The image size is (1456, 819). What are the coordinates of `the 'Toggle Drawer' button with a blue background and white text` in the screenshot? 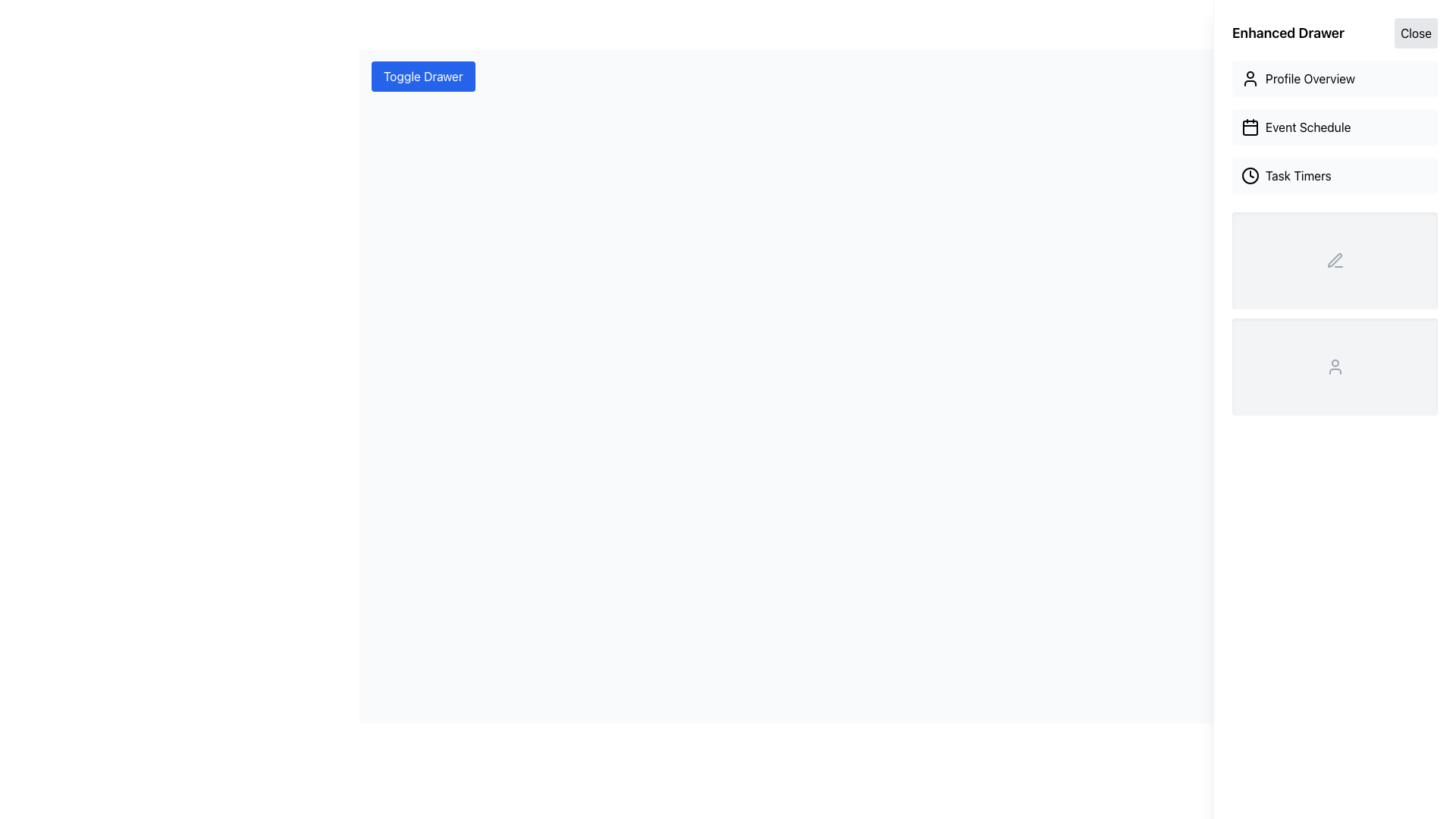 It's located at (423, 76).